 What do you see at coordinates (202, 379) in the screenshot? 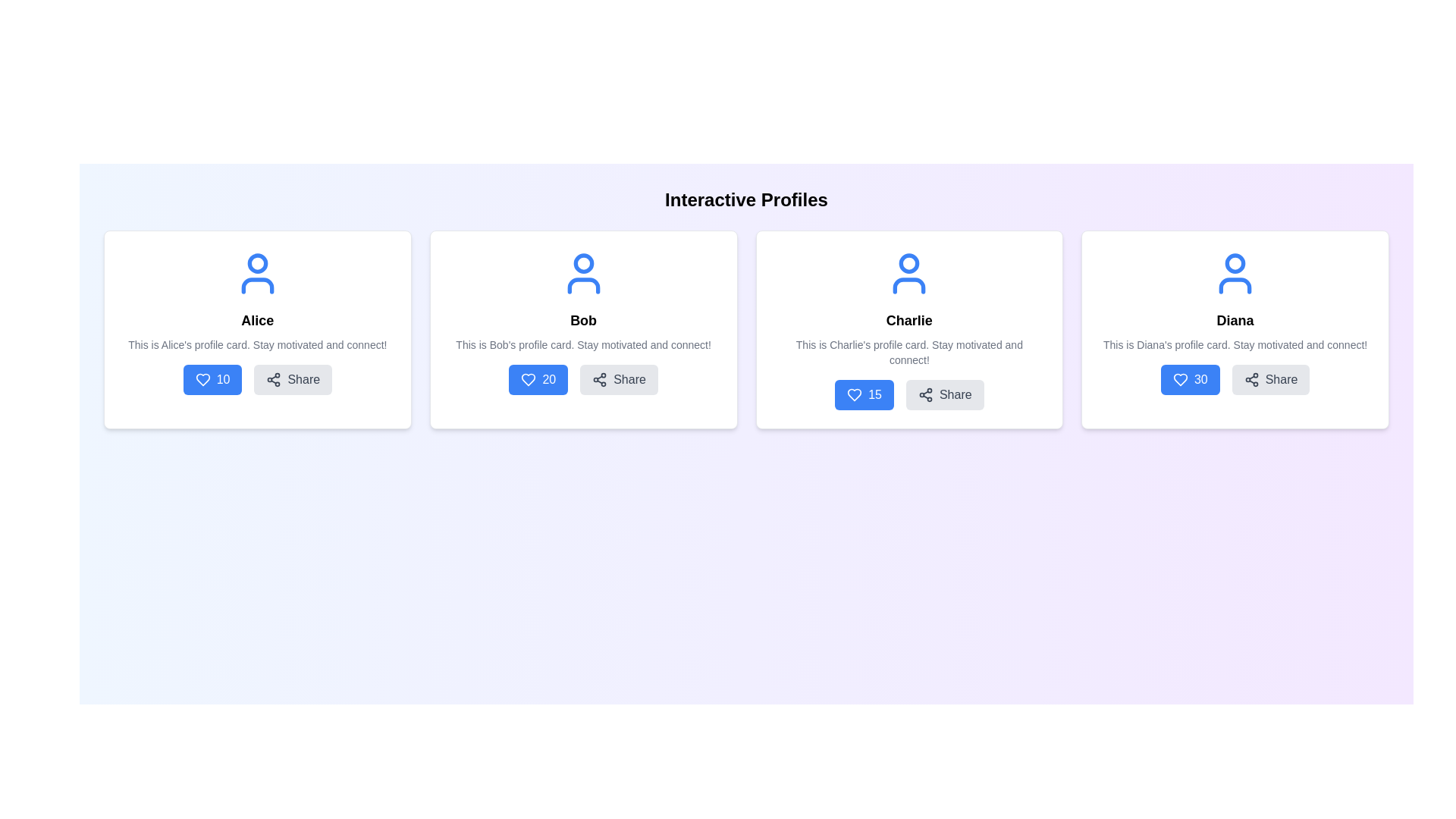
I see `the heart-shaped icon button with a blue background located in the action area of the leftmost card titled 'Alice', positioned to the left of the '10' text and the 'Share' button` at bounding box center [202, 379].